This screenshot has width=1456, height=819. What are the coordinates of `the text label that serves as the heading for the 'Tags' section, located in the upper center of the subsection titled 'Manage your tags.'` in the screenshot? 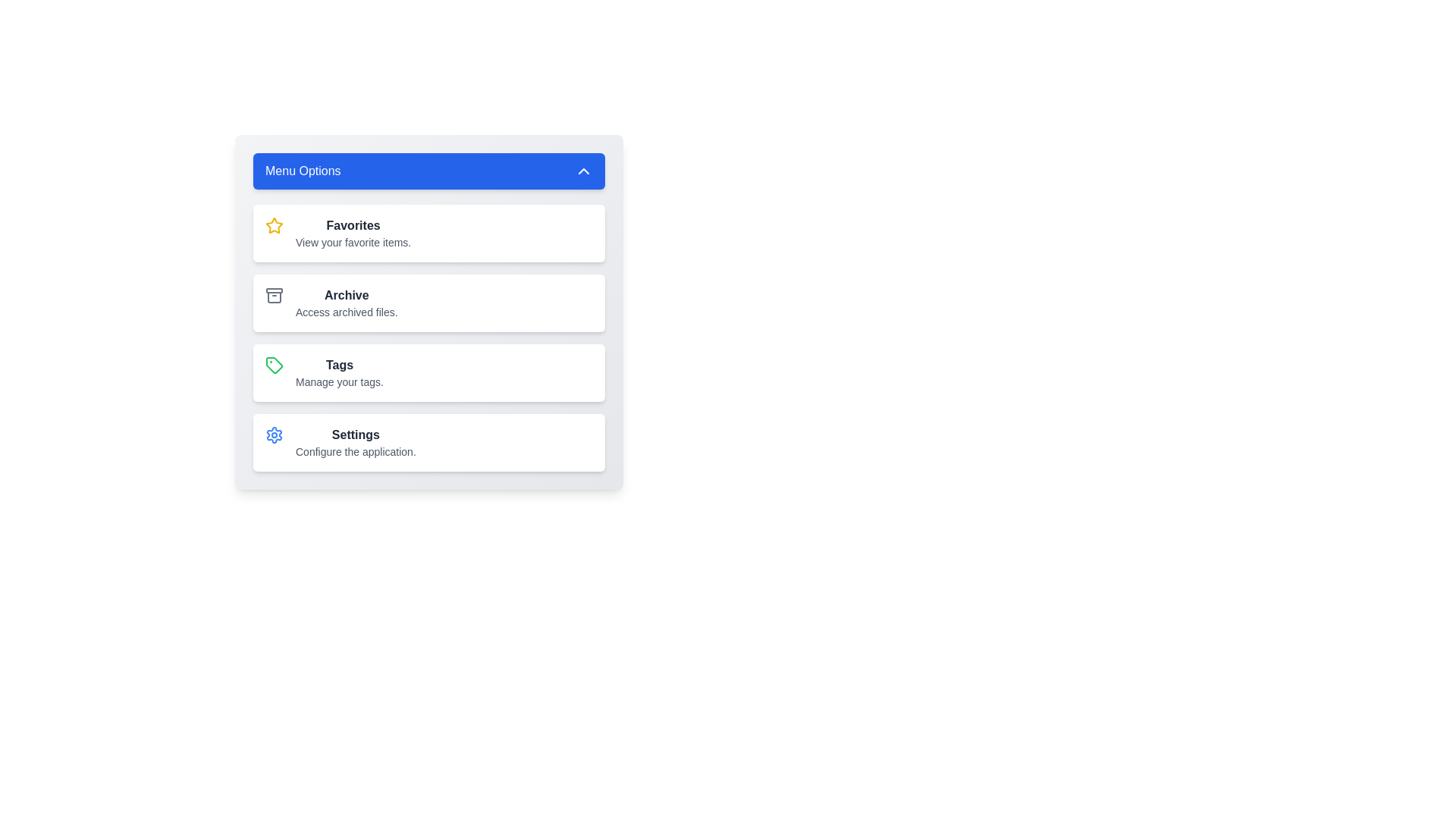 It's located at (338, 366).